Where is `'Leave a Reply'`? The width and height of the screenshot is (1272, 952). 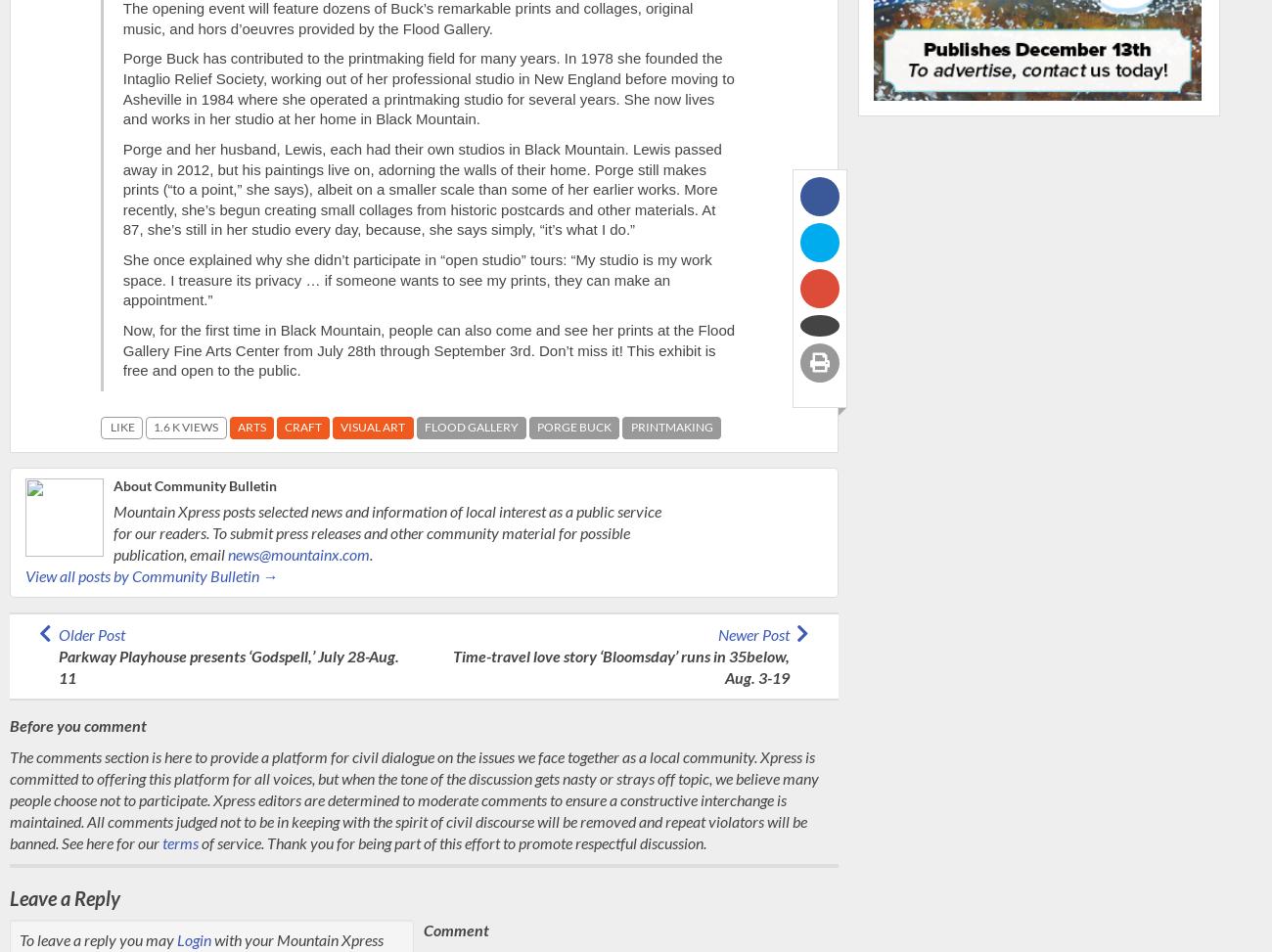 'Leave a Reply' is located at coordinates (9, 895).